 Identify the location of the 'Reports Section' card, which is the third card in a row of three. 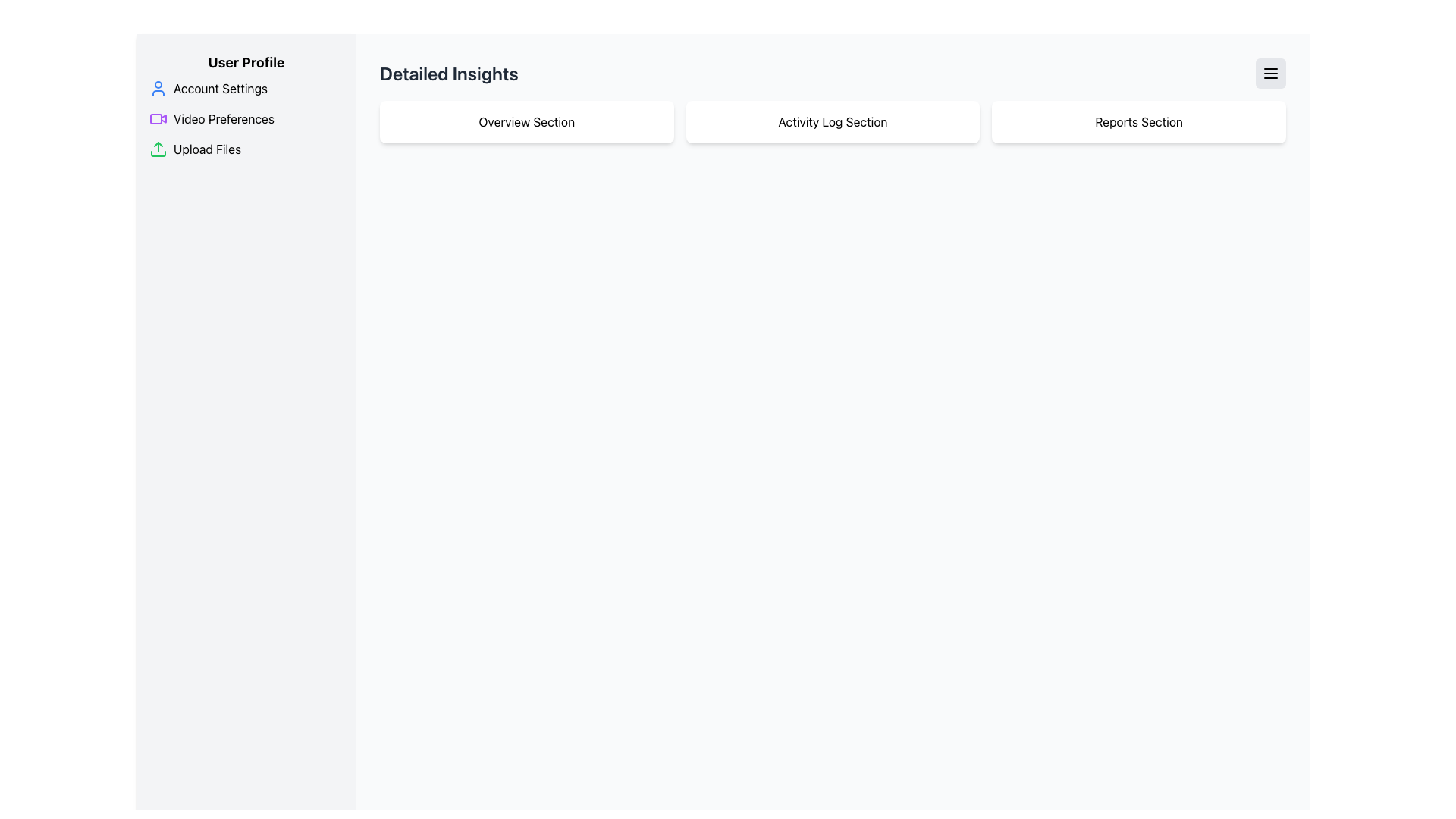
(1139, 121).